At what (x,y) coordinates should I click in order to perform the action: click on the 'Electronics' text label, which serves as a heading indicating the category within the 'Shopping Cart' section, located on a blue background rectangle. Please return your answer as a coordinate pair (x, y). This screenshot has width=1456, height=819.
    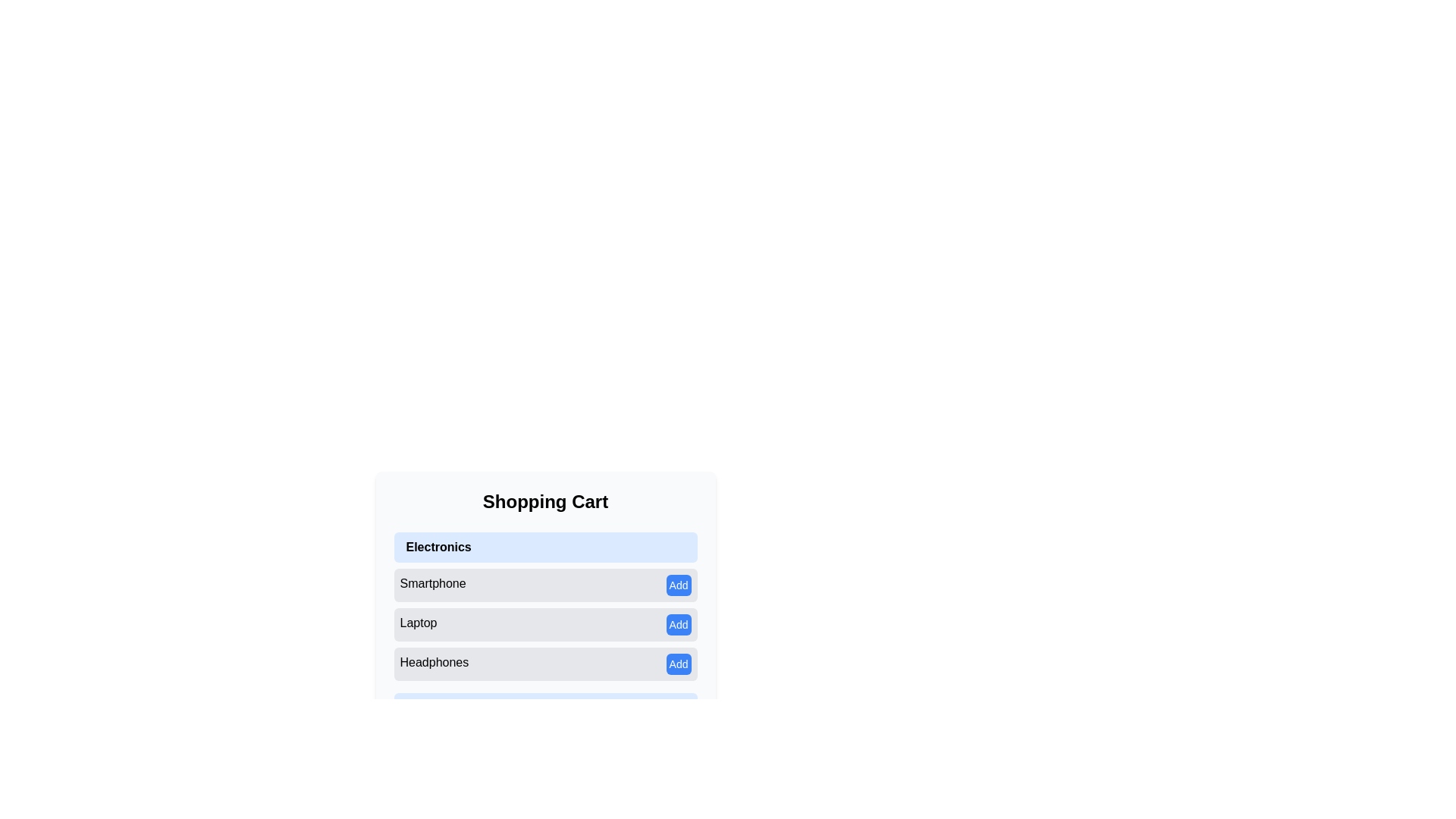
    Looking at the image, I should click on (438, 547).